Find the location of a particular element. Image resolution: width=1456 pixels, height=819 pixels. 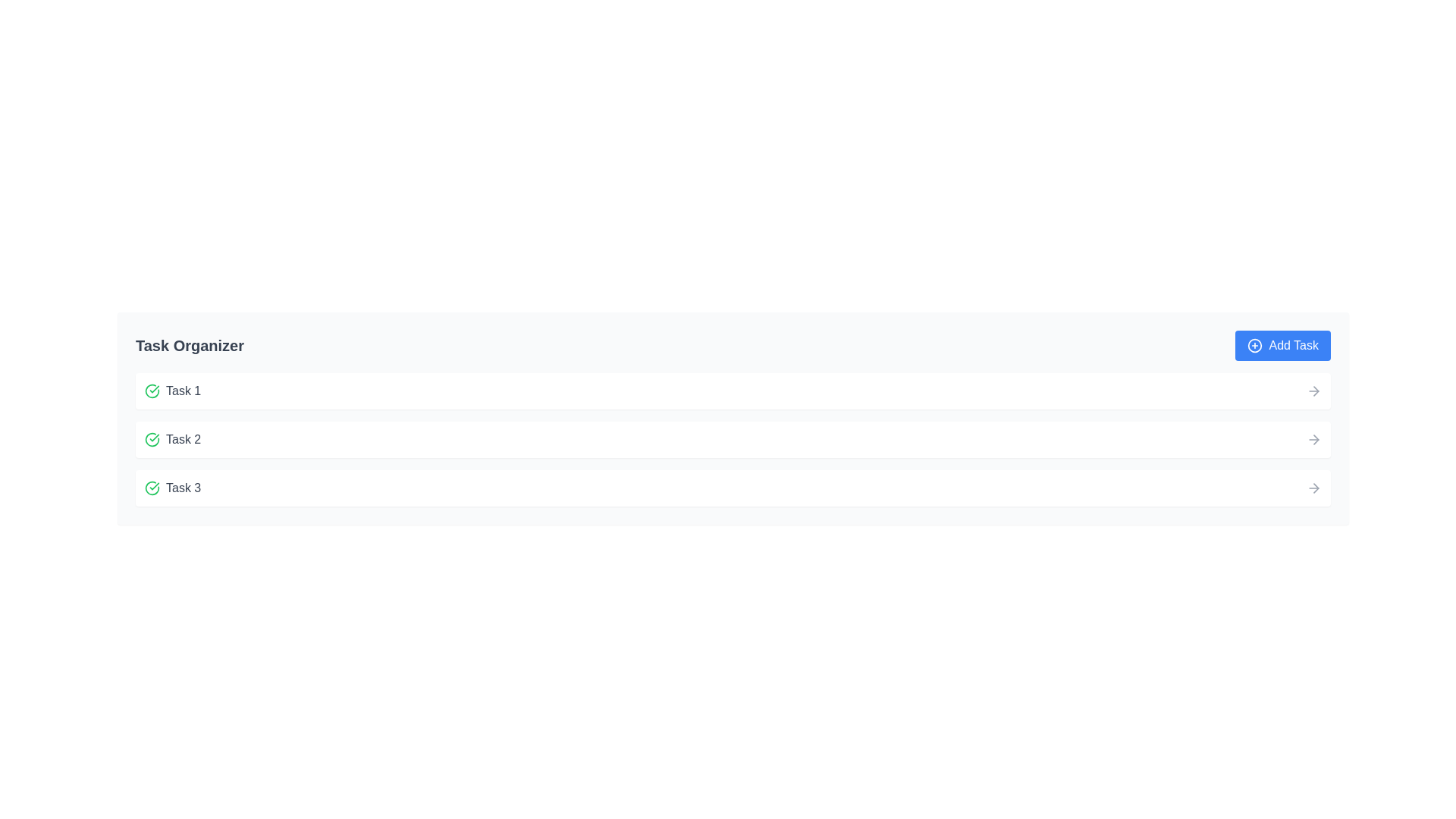

the text and icon label in the task list that displays the title of the first task located beneath the 'Task Organizer' heading is located at coordinates (173, 391).